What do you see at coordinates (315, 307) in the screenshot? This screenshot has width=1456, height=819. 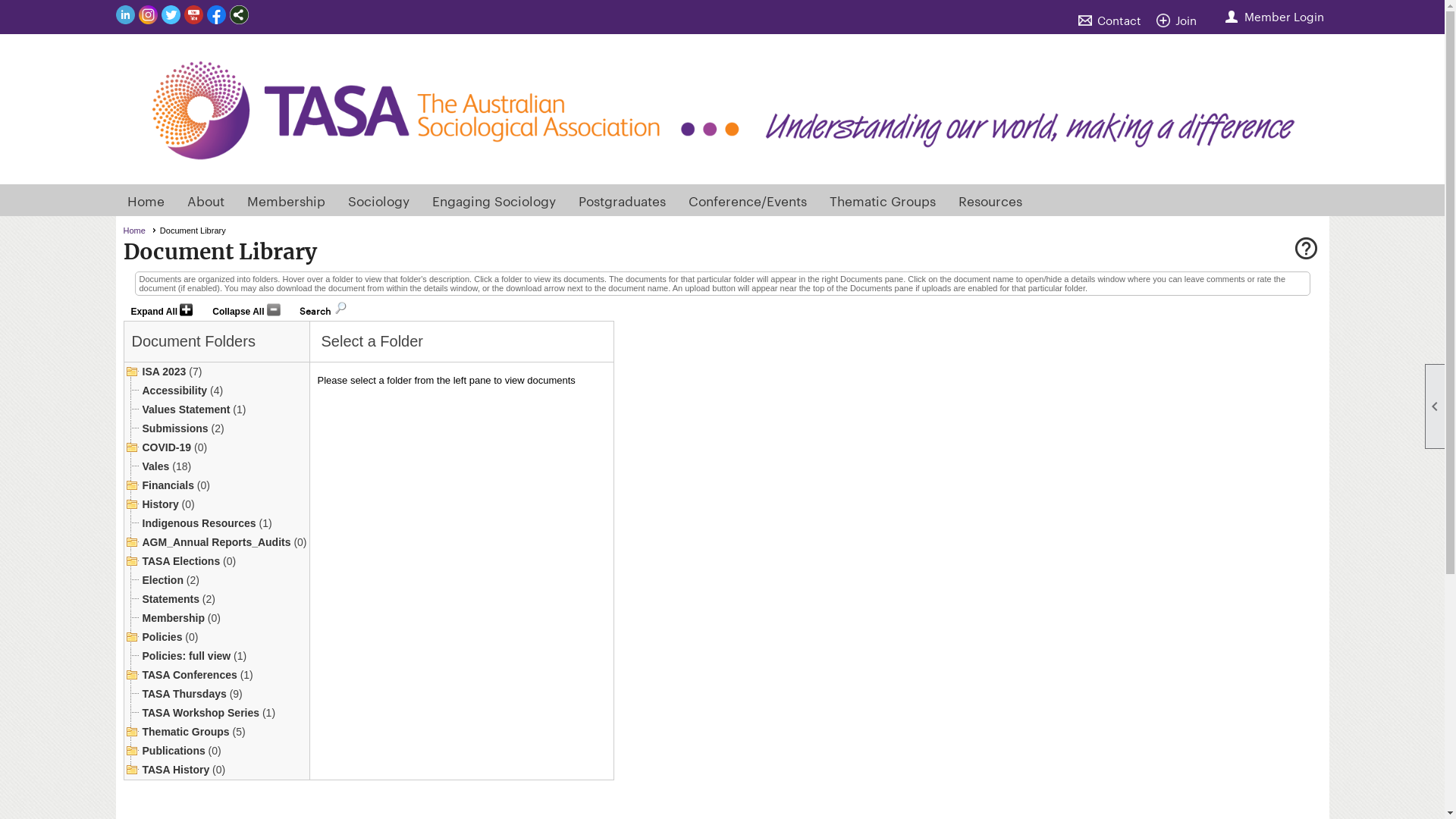 I see `'Search'` at bounding box center [315, 307].